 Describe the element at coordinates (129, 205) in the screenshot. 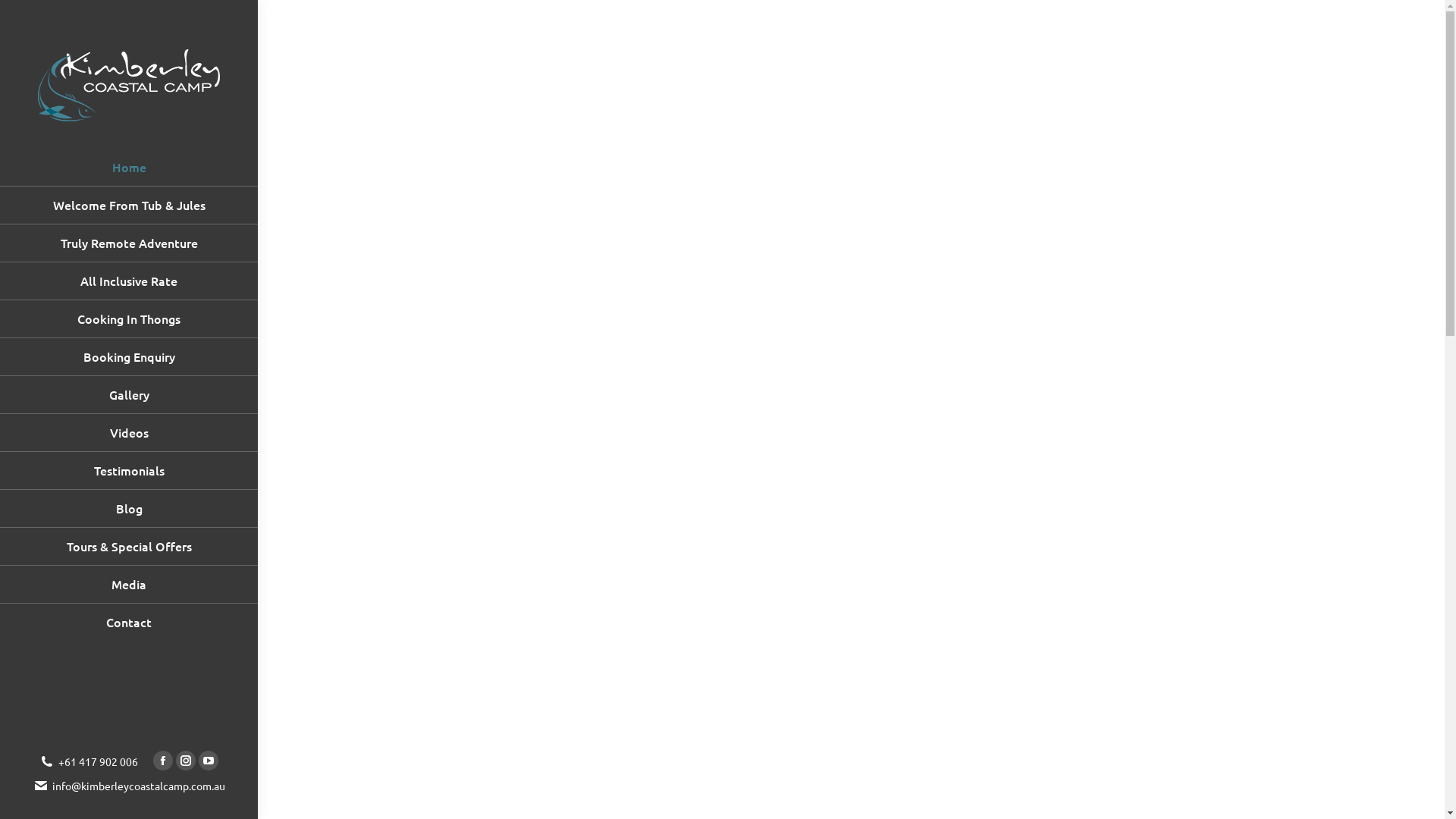

I see `'Welcome From Tub & Jules'` at that location.